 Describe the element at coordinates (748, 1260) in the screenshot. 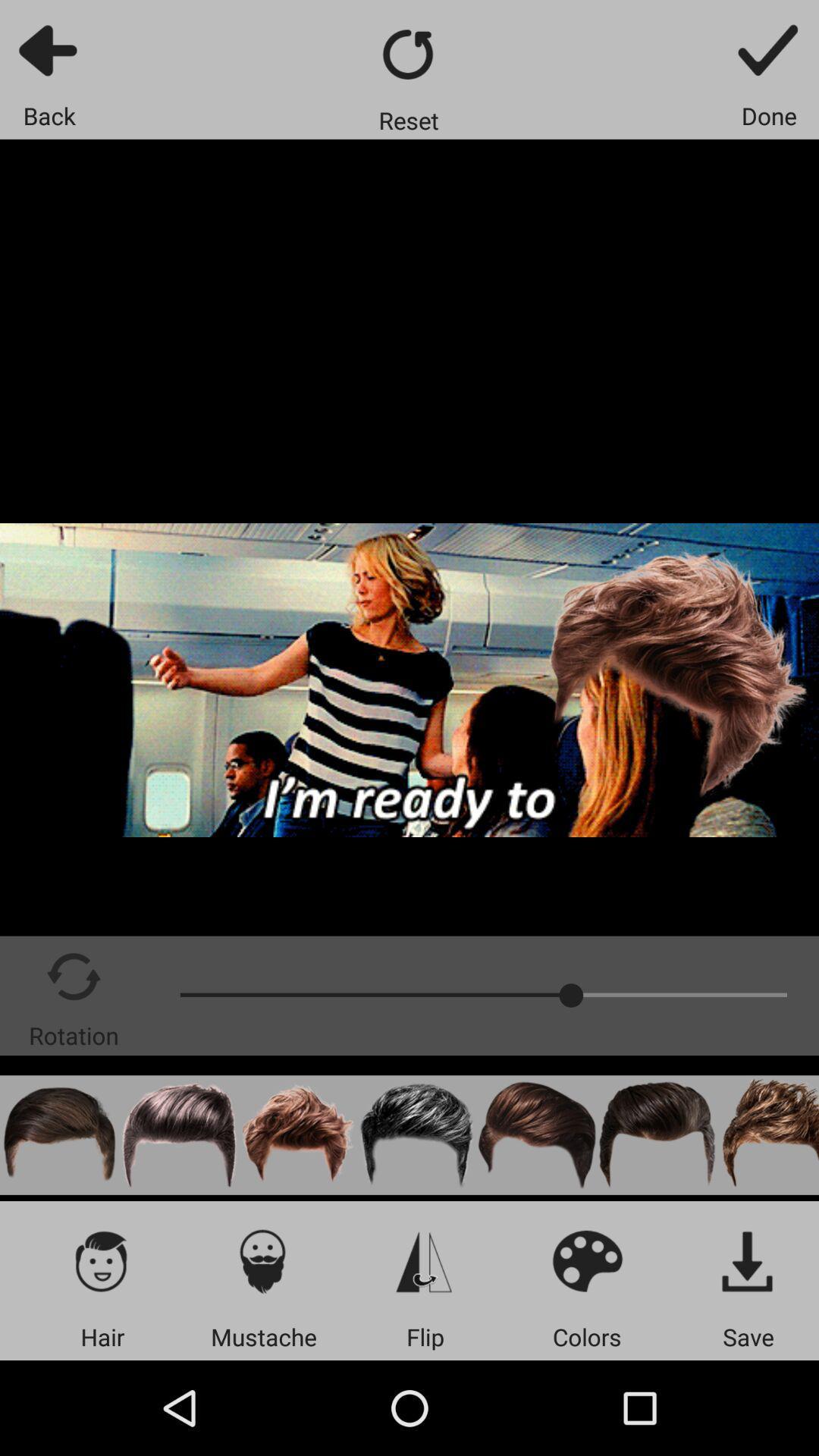

I see `save` at that location.